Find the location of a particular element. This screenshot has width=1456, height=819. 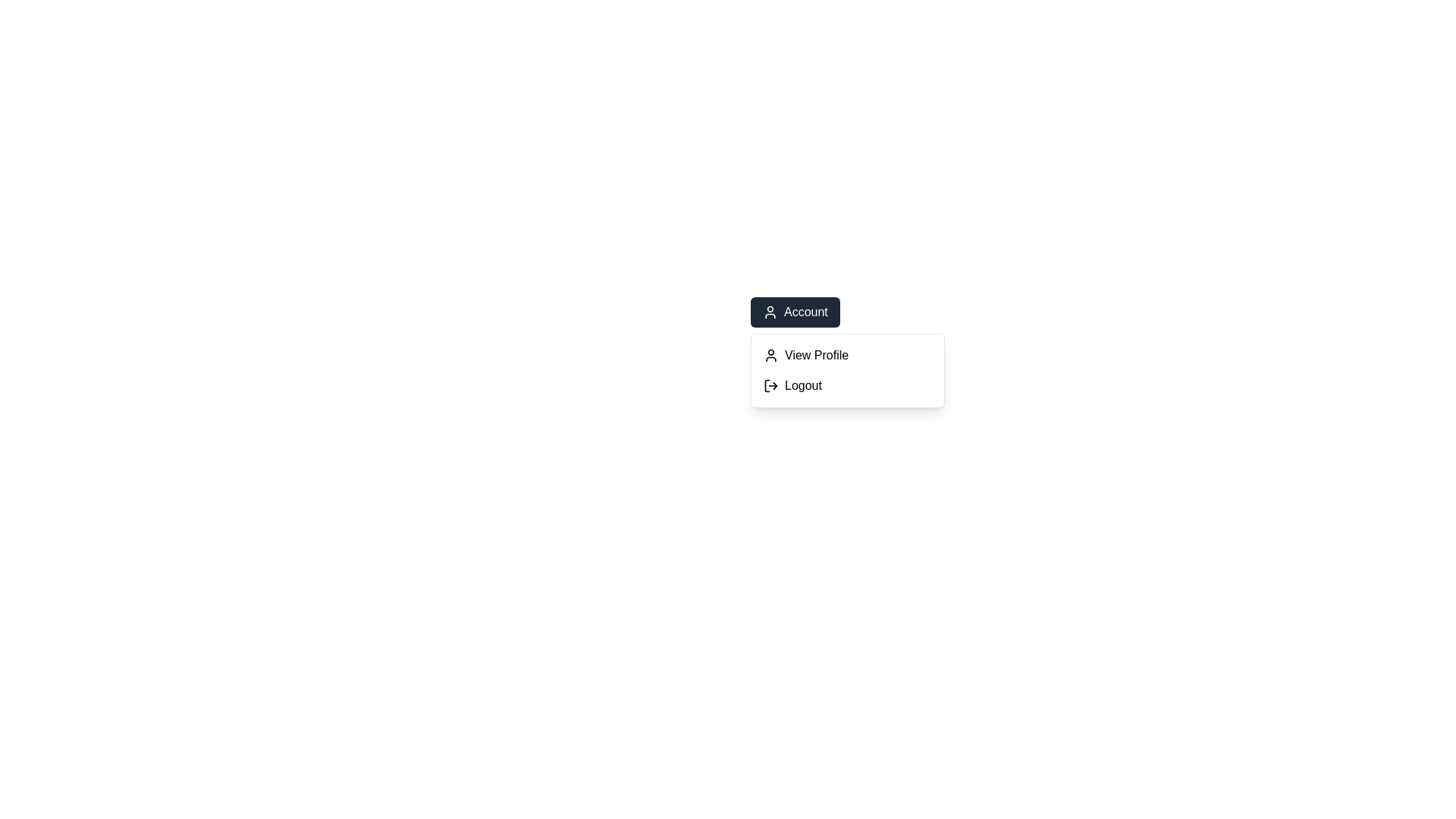

the 'Log Out' menu option located below the 'View Profile' option in the user account actions dropdown menu to initiate the logout process is located at coordinates (847, 385).